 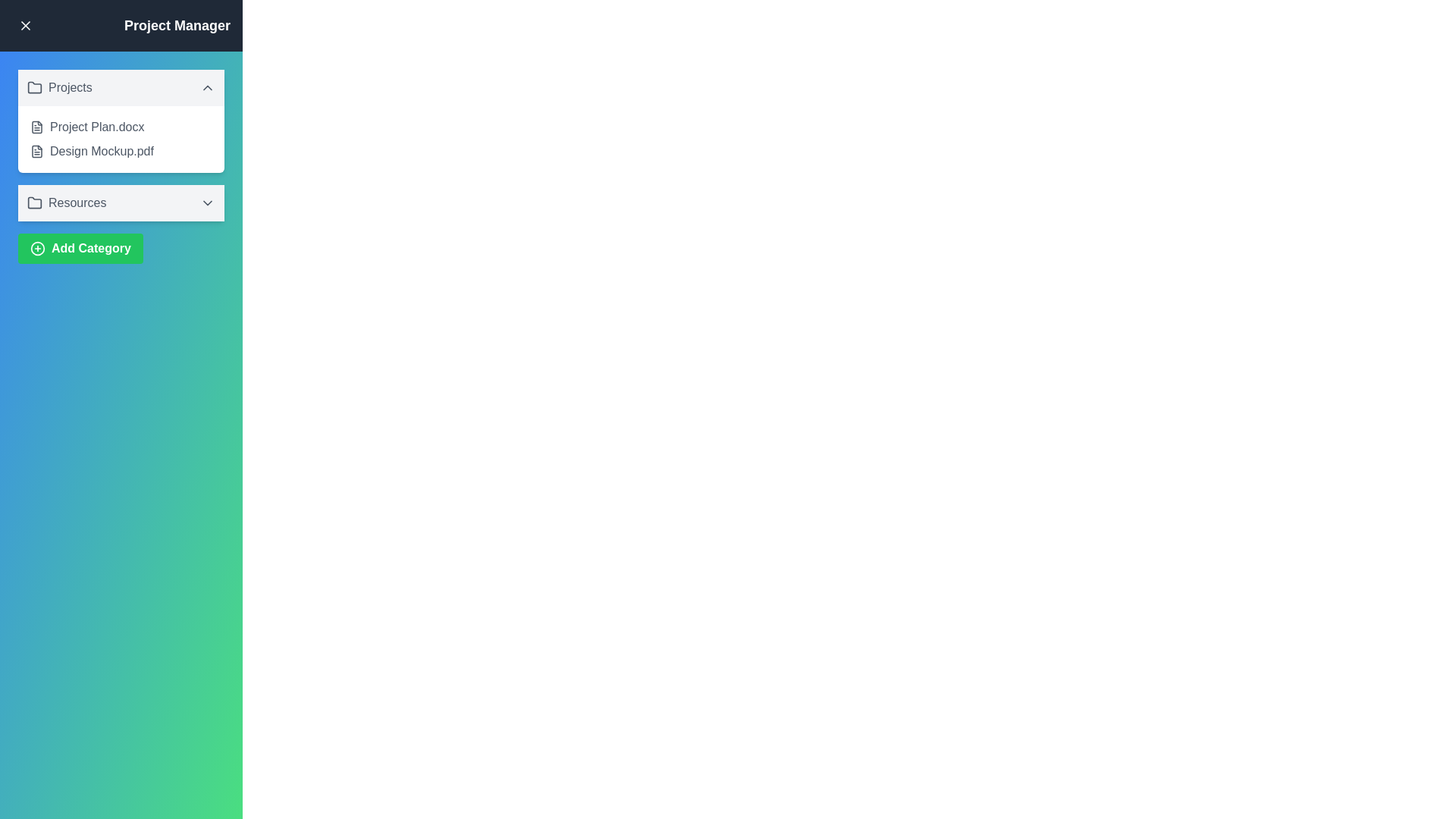 What do you see at coordinates (36, 127) in the screenshot?
I see `the document icon representing 'Project Plan.docx' in the project management panel, which features a minimalist line-art style and a folded upper-right corner` at bounding box center [36, 127].